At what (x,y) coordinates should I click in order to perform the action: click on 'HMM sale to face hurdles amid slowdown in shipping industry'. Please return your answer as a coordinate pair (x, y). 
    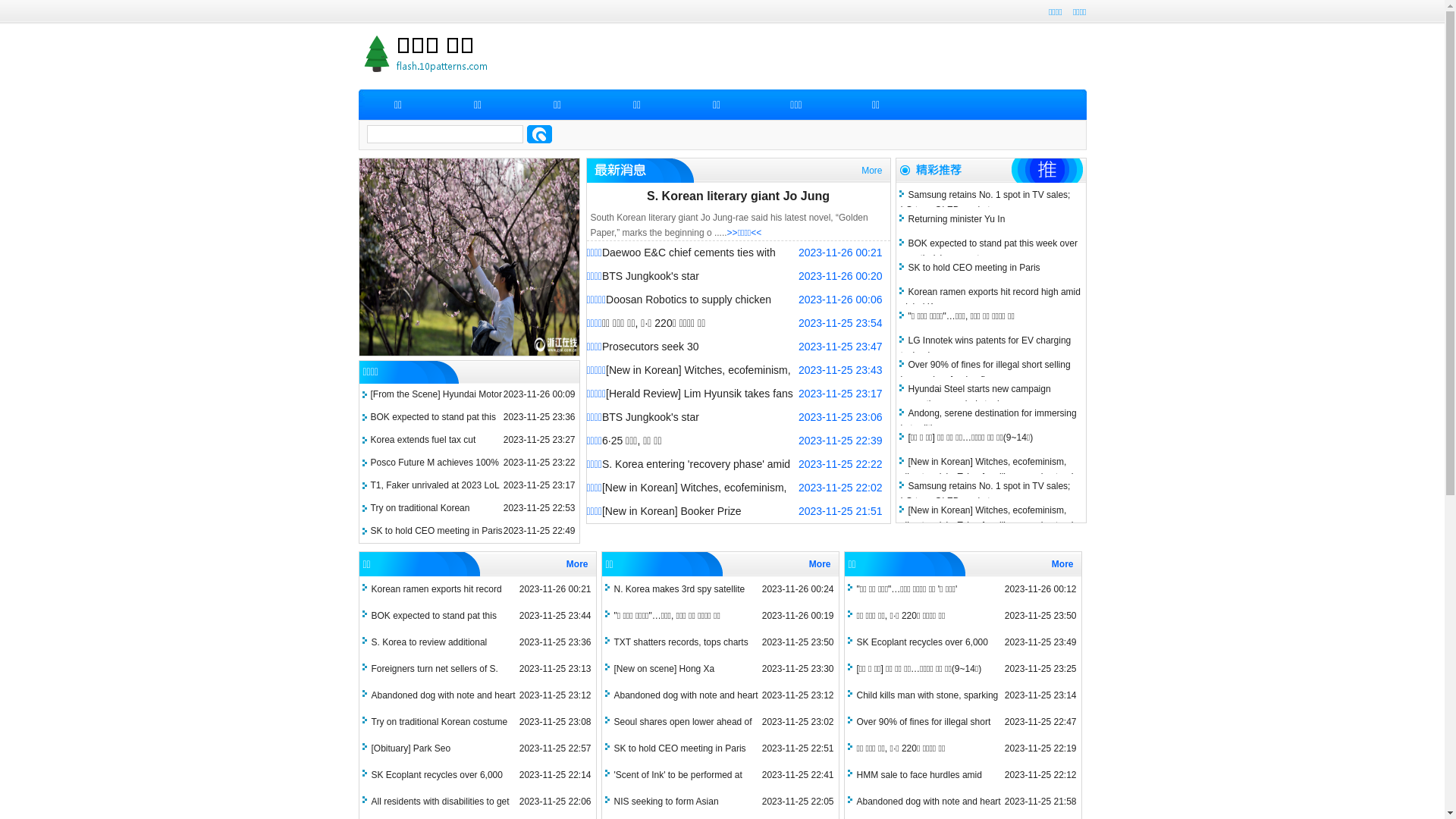
    Looking at the image, I should click on (848, 783).